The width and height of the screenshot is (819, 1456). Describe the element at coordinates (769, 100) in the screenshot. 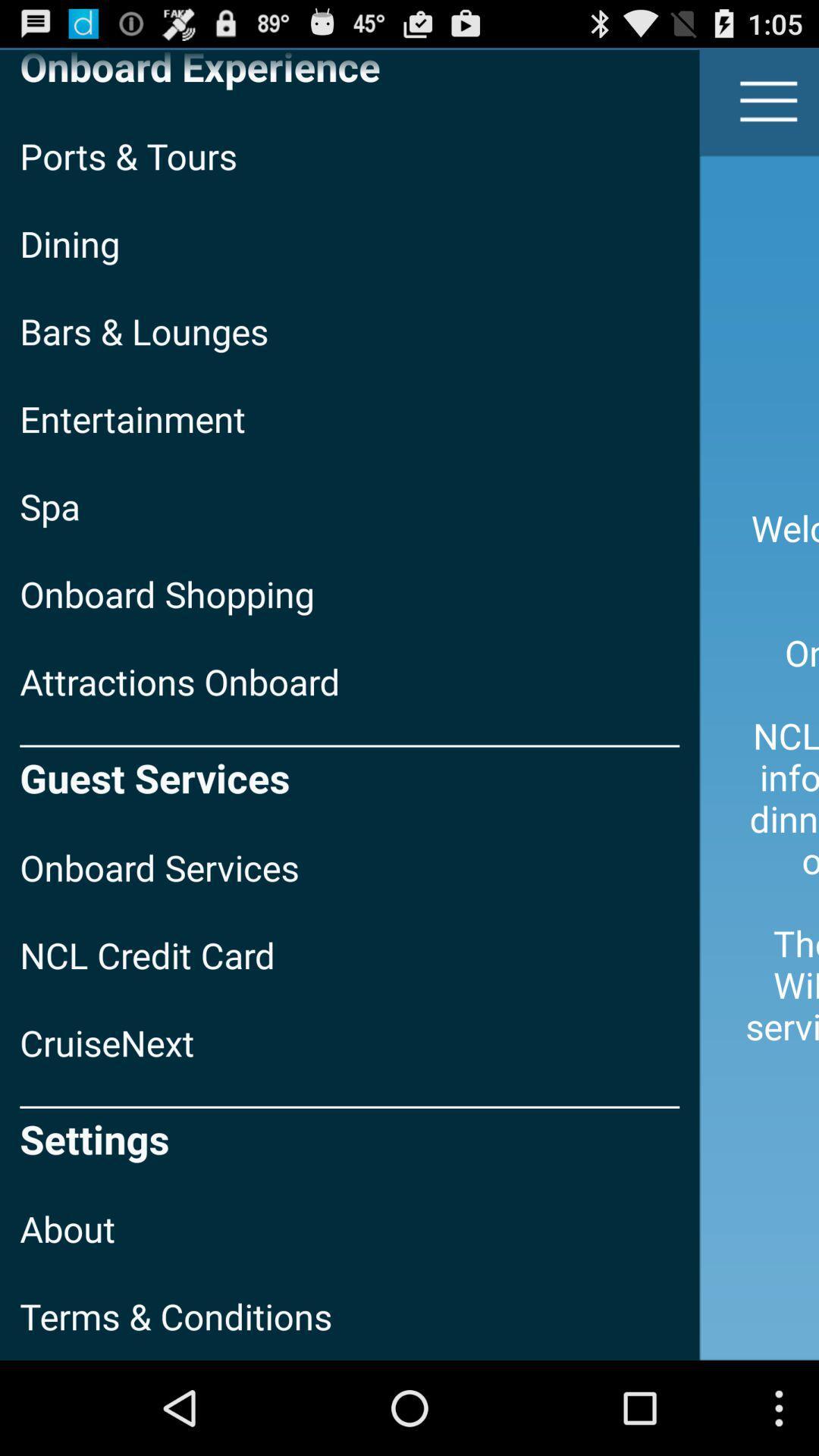

I see `the icon at the top right corner` at that location.